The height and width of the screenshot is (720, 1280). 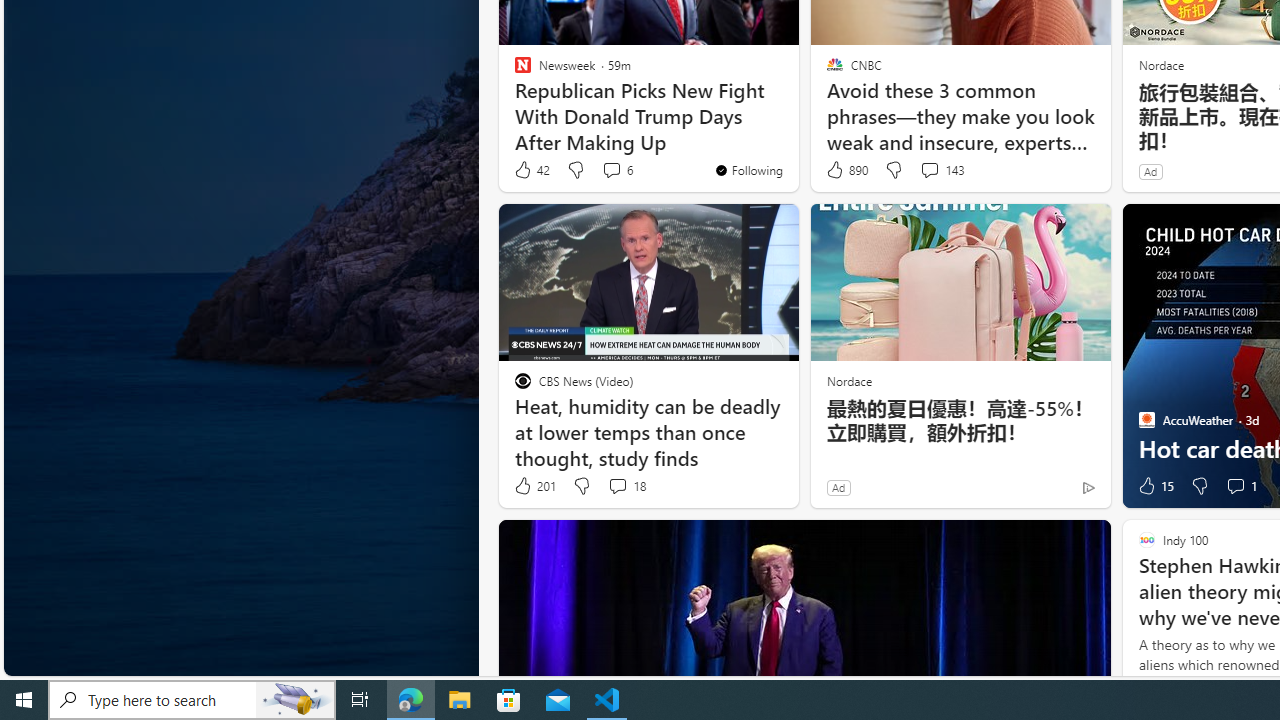 I want to click on '42 Like', so click(x=531, y=169).